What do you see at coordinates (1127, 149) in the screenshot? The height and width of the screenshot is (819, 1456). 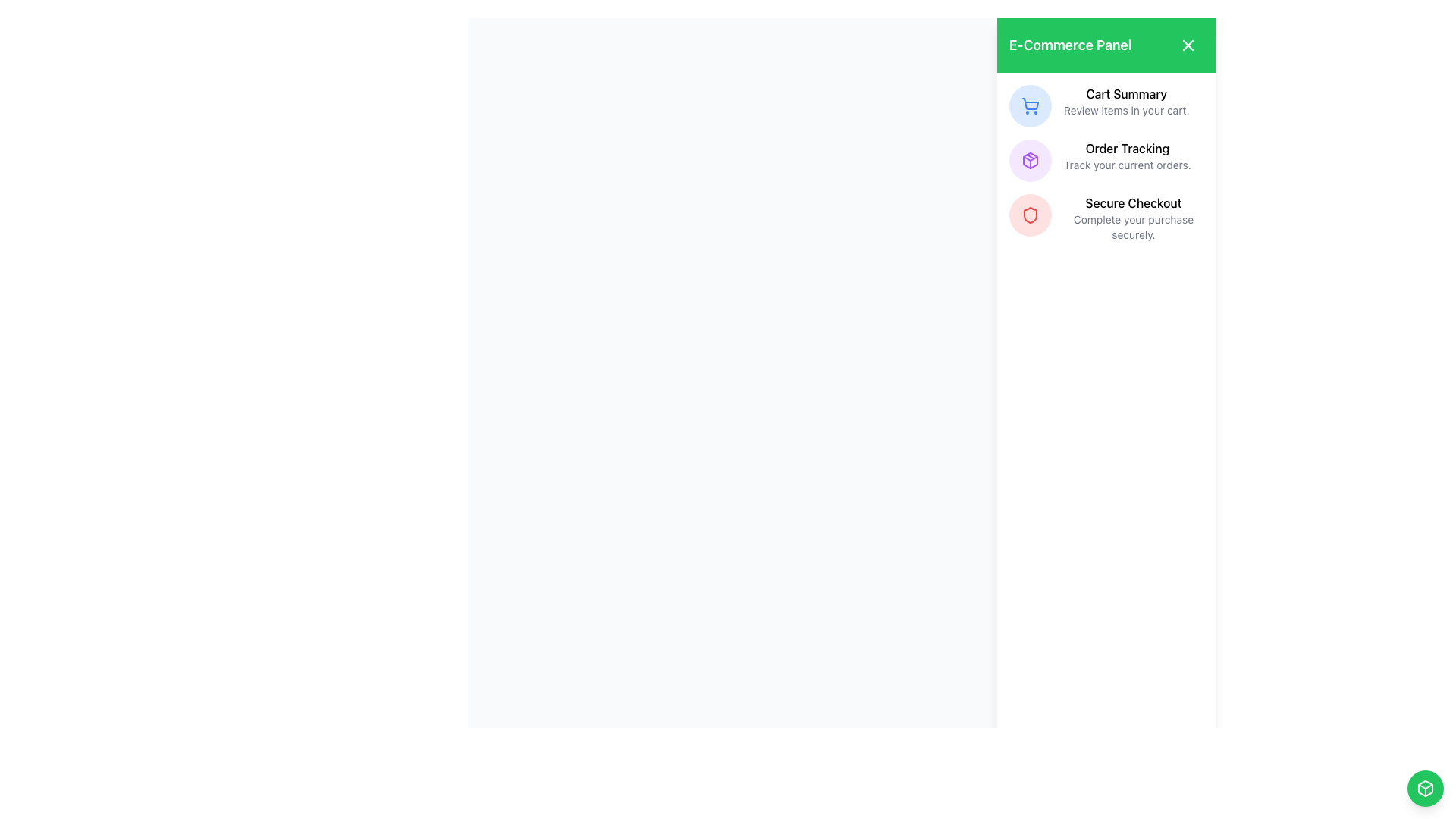 I see `the 'Order Tracking' text label, which is the second item in the sidebar navigation options, displayed in a bold font above its description text` at bounding box center [1127, 149].